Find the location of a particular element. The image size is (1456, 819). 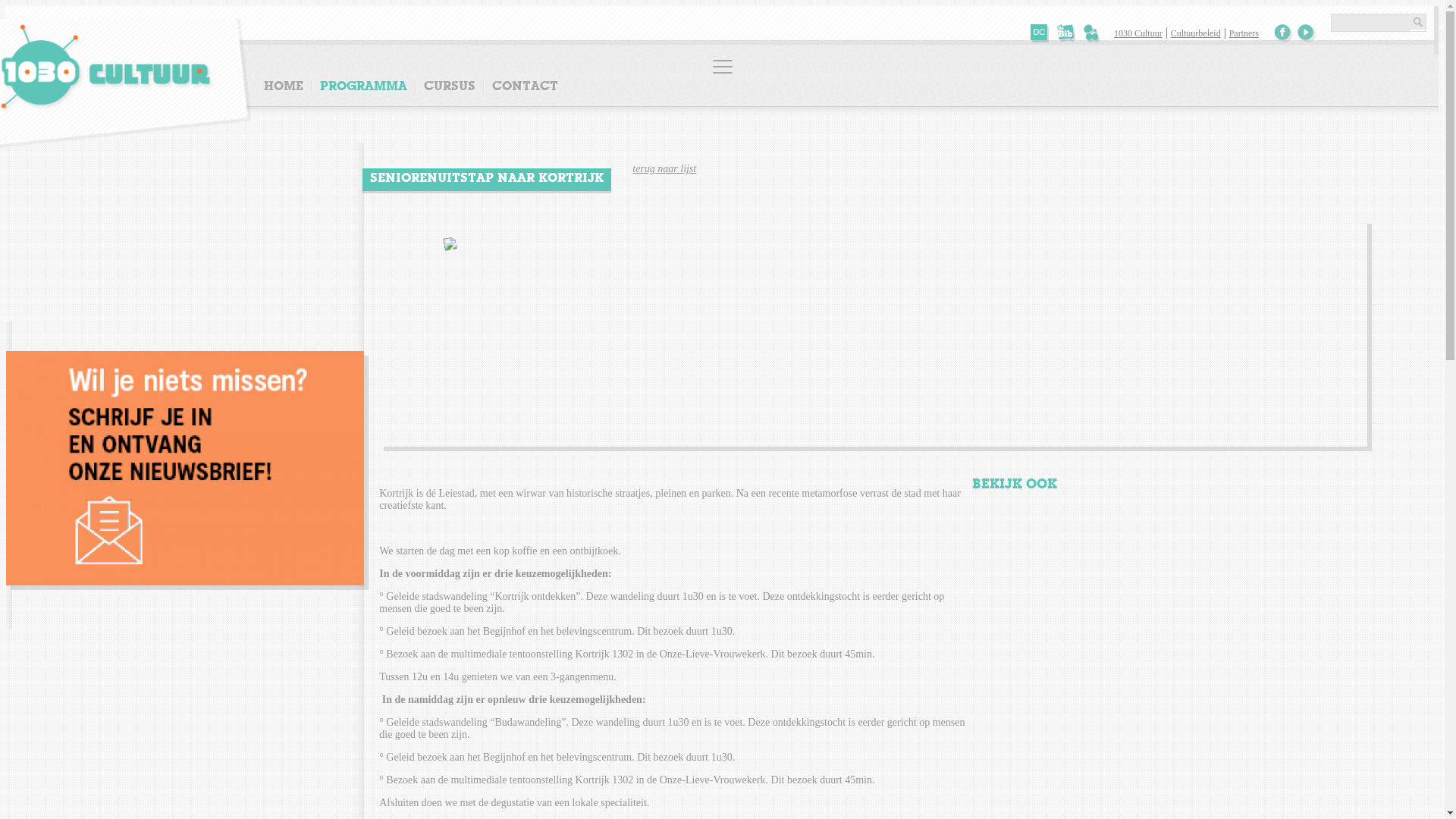

'HOME' is located at coordinates (287, 86).